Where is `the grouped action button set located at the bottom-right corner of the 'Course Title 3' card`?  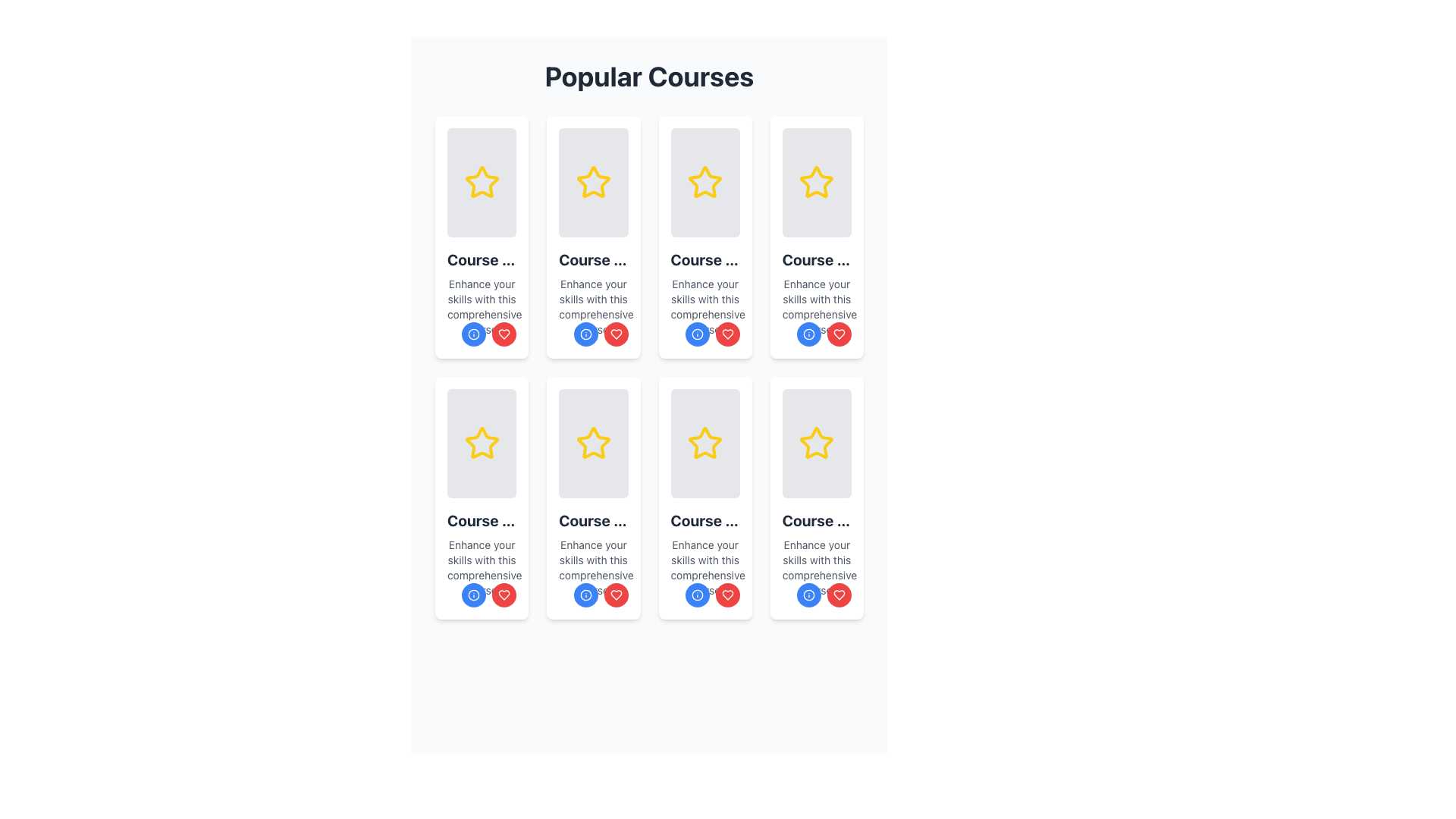
the grouped action button set located at the bottom-right corner of the 'Course Title 3' card is located at coordinates (711, 333).